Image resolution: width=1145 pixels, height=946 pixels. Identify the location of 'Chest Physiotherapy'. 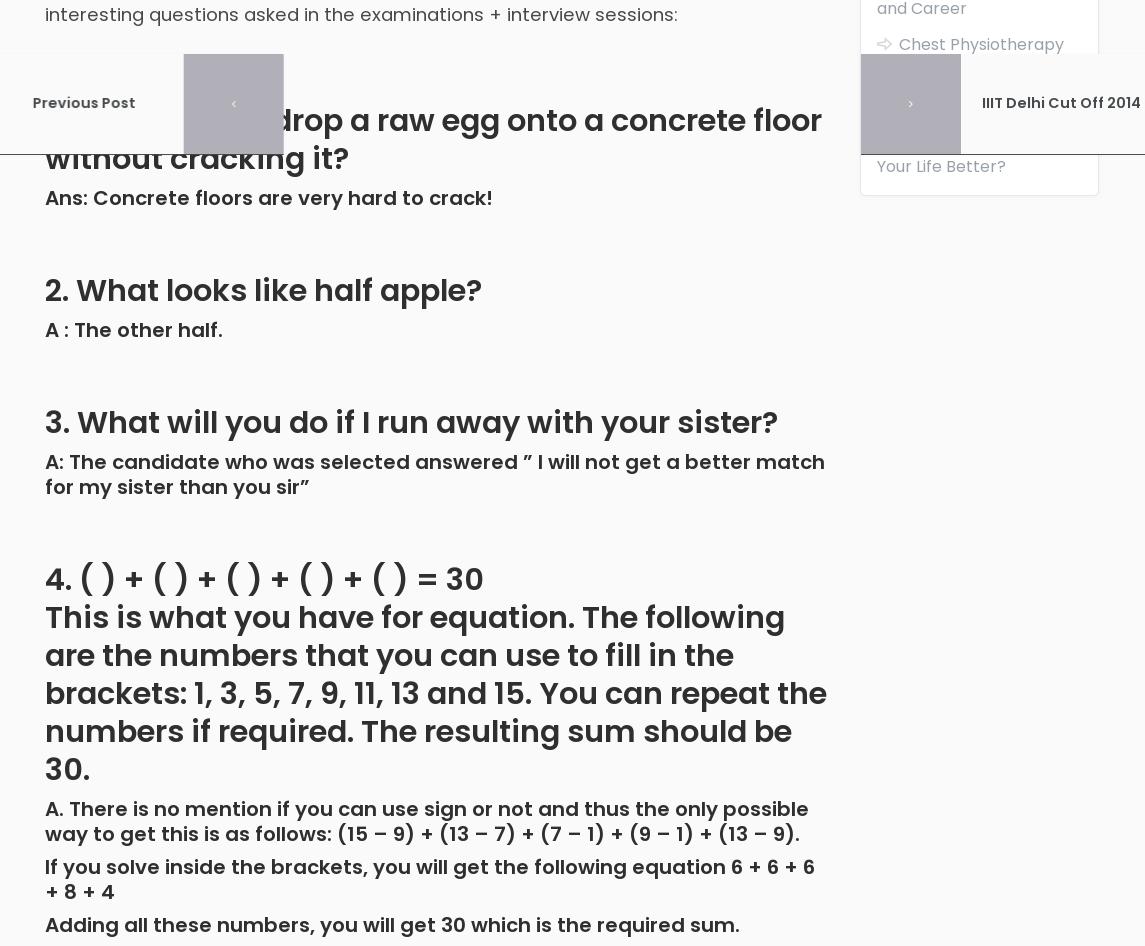
(898, 43).